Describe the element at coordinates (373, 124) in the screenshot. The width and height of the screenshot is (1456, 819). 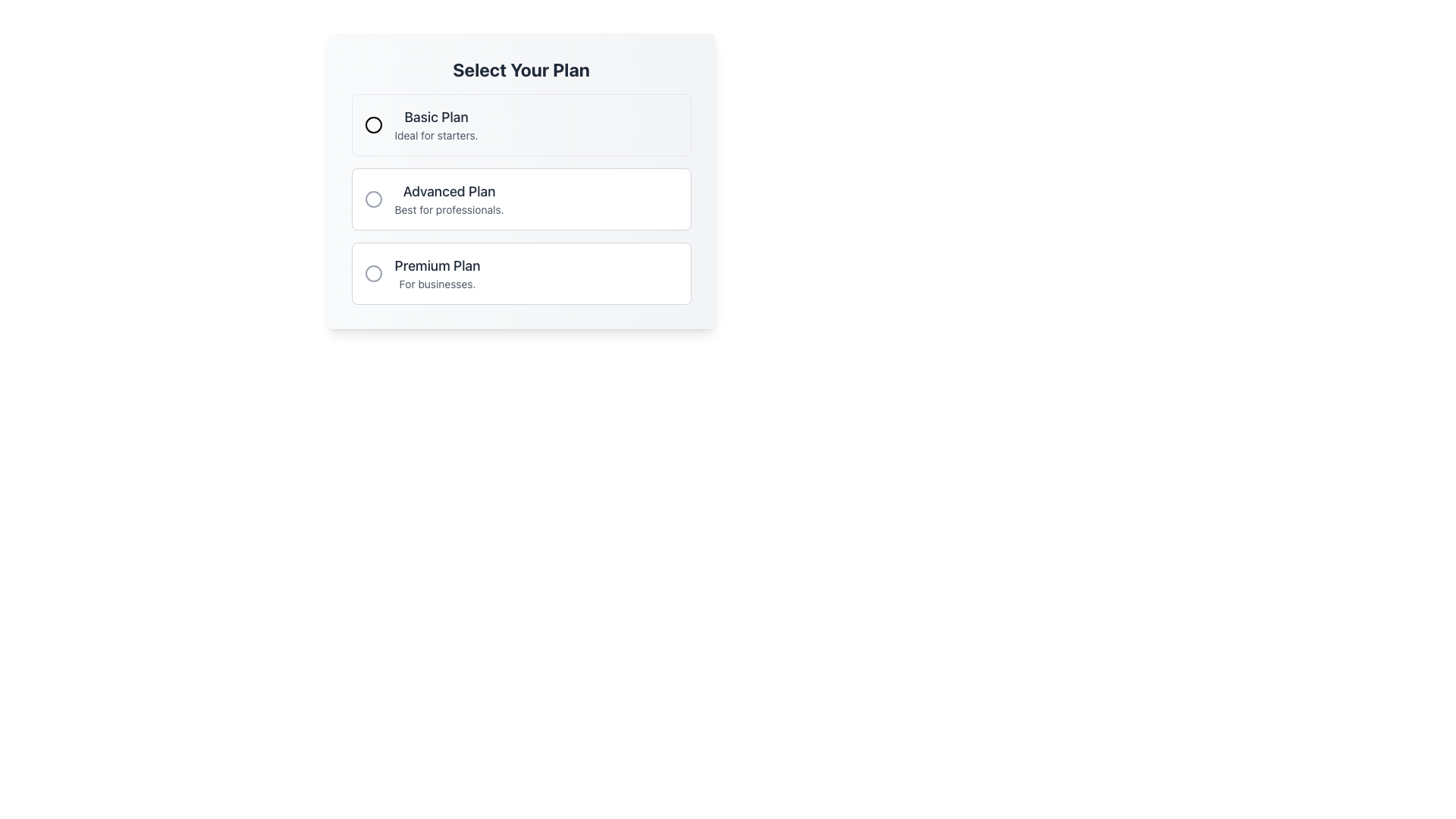
I see `the circular radio button icon` at that location.